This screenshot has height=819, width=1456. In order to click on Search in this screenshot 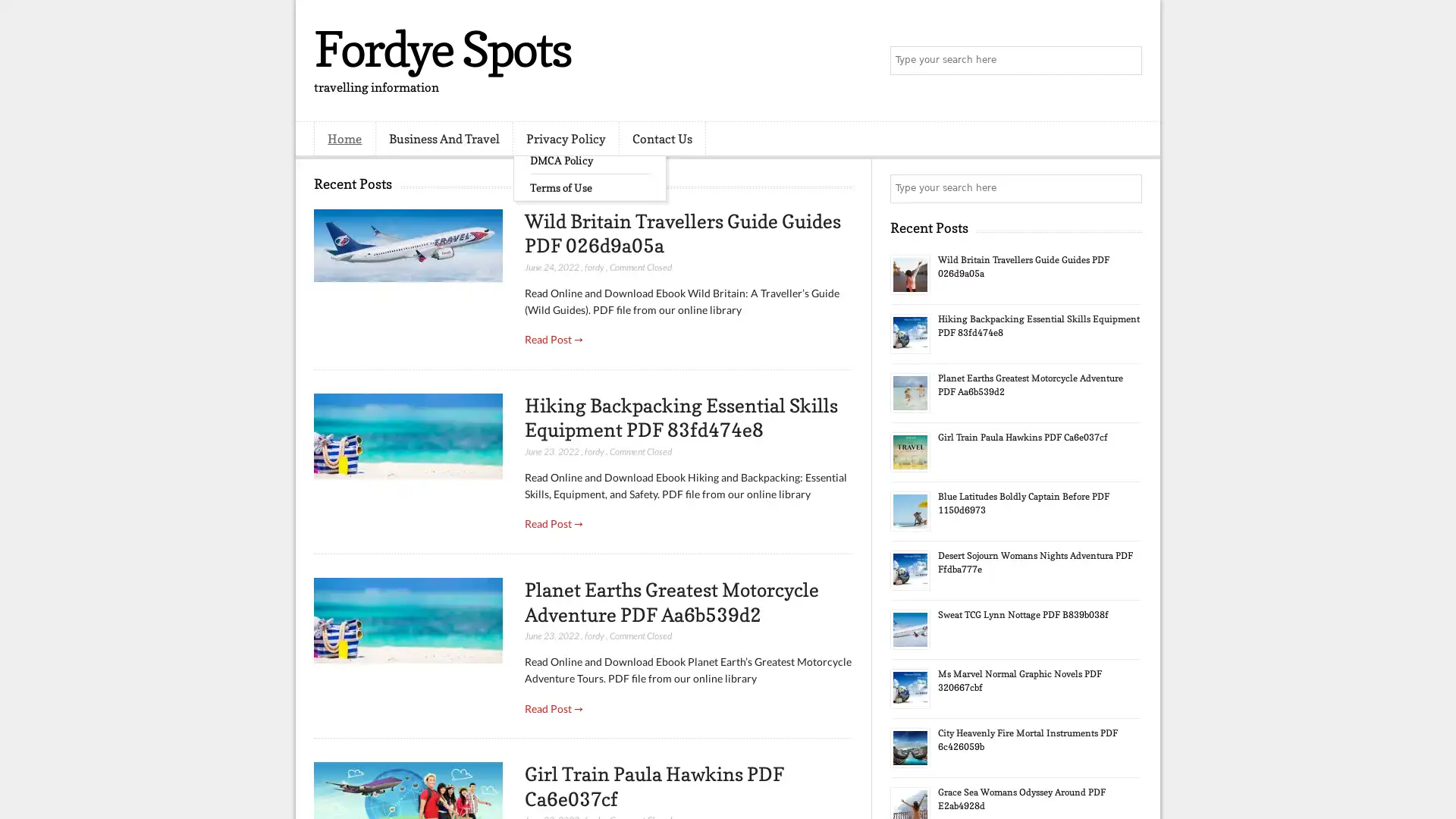, I will do `click(1126, 61)`.